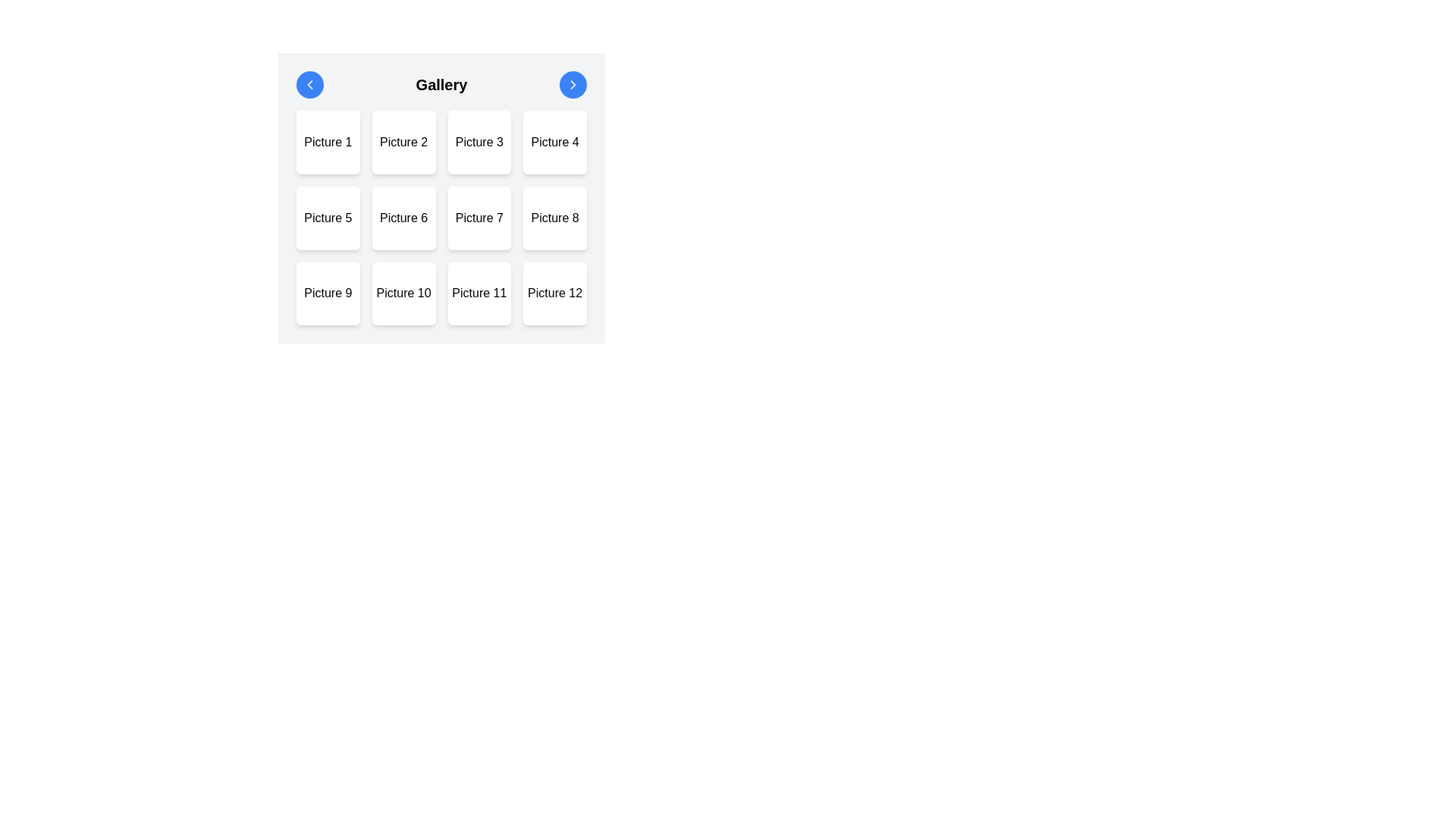 This screenshot has width=1456, height=819. I want to click on the left-pointing chevron icon located inside the left circular button at the top-left corner of the gallery interface, so click(309, 84).